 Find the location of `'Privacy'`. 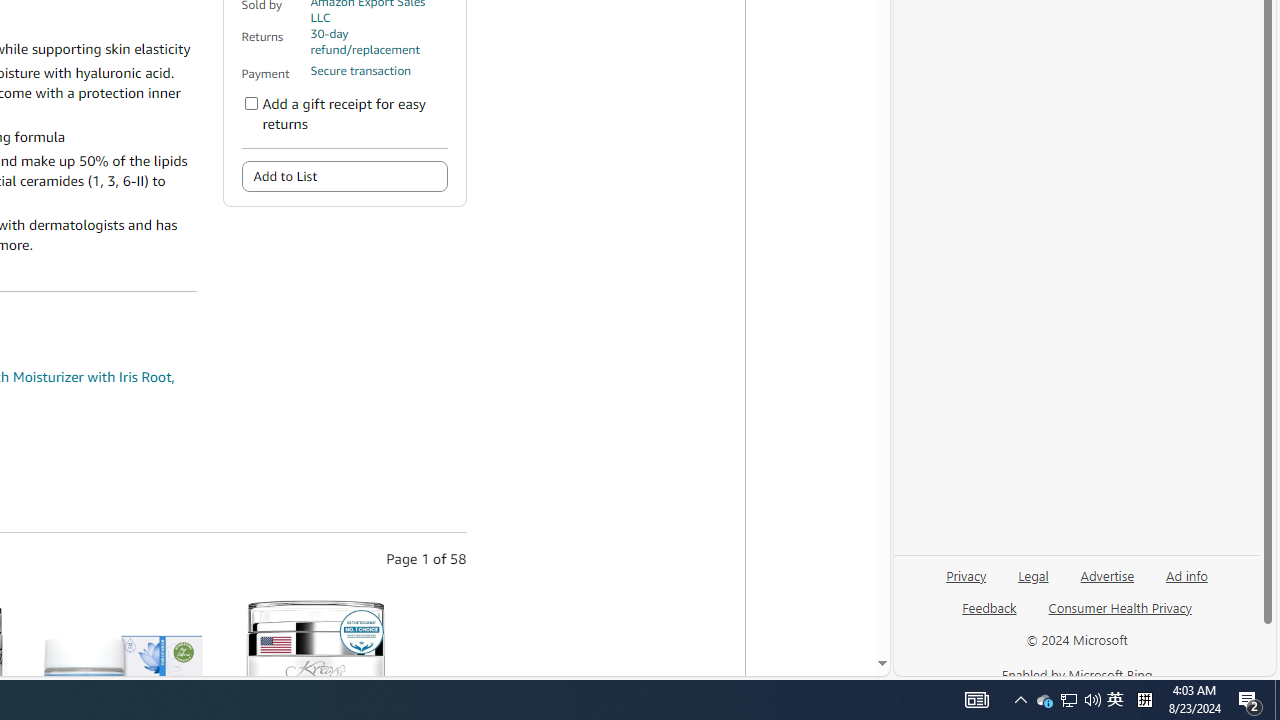

'Privacy' is located at coordinates (966, 574).